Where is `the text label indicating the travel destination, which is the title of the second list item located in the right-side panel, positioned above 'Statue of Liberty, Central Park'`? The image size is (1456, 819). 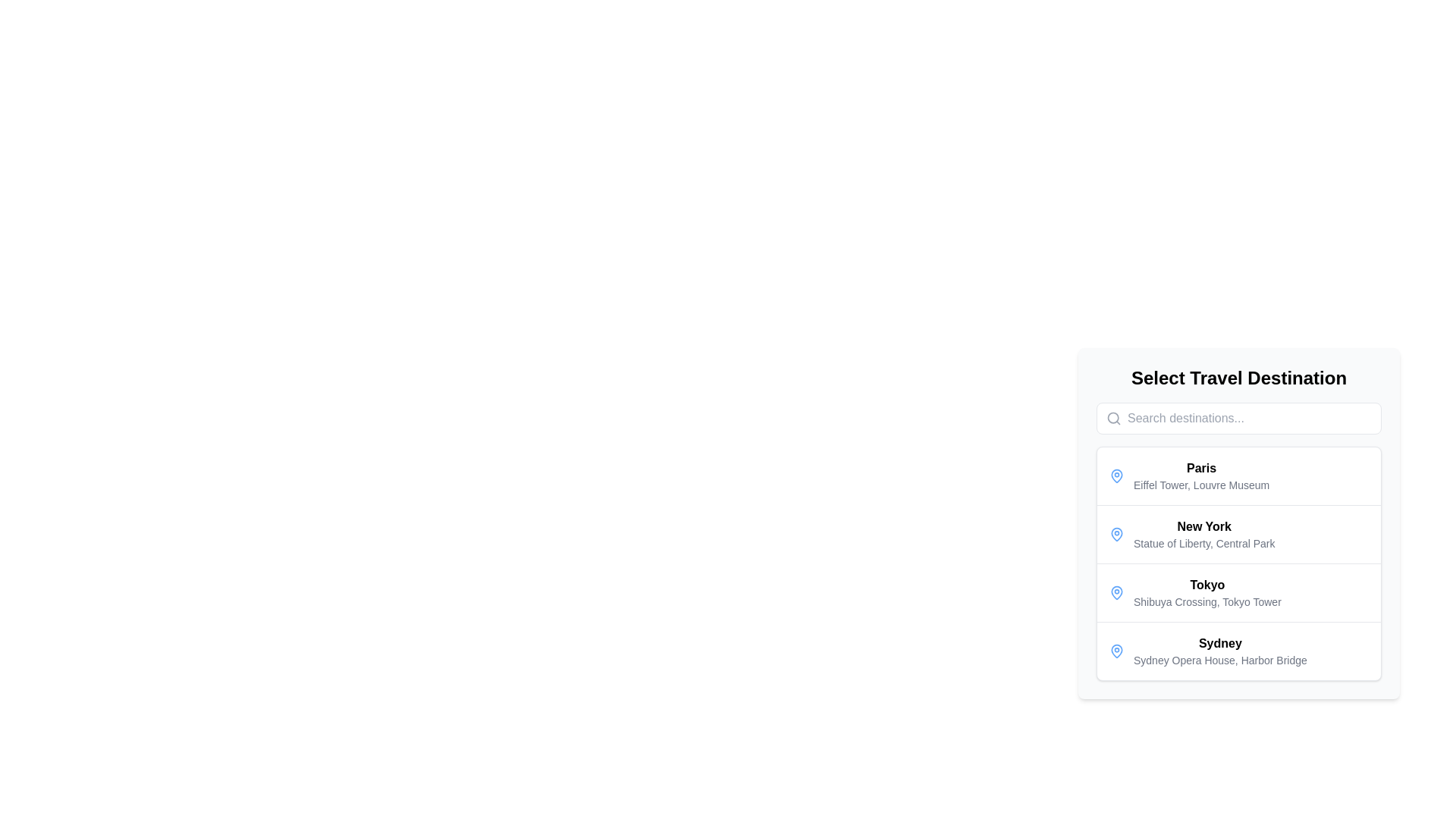
the text label indicating the travel destination, which is the title of the second list item located in the right-side panel, positioned above 'Statue of Liberty, Central Park' is located at coordinates (1203, 526).